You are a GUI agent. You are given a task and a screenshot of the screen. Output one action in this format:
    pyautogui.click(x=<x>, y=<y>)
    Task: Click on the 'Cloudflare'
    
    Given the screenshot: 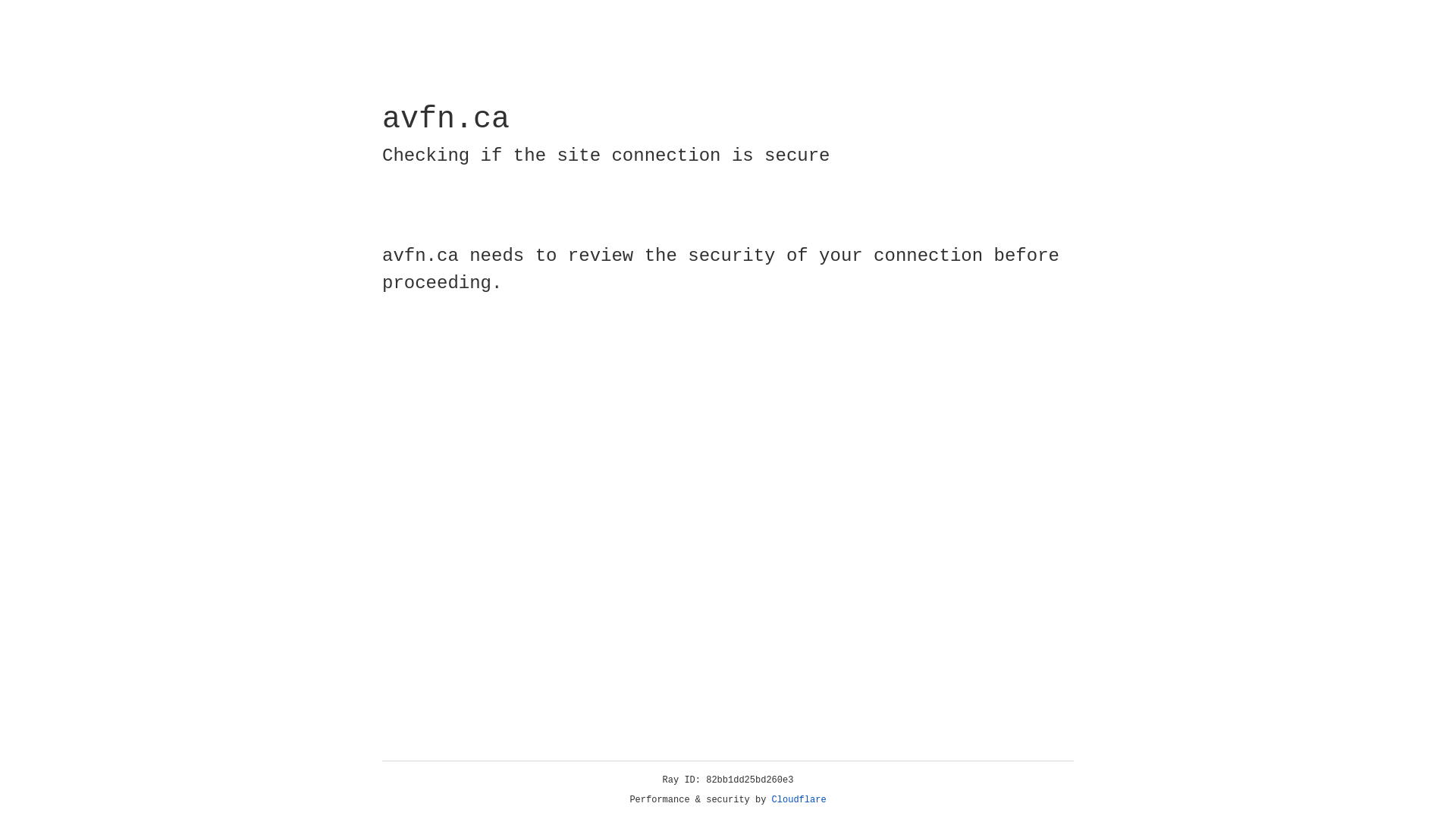 What is the action you would take?
    pyautogui.click(x=771, y=799)
    